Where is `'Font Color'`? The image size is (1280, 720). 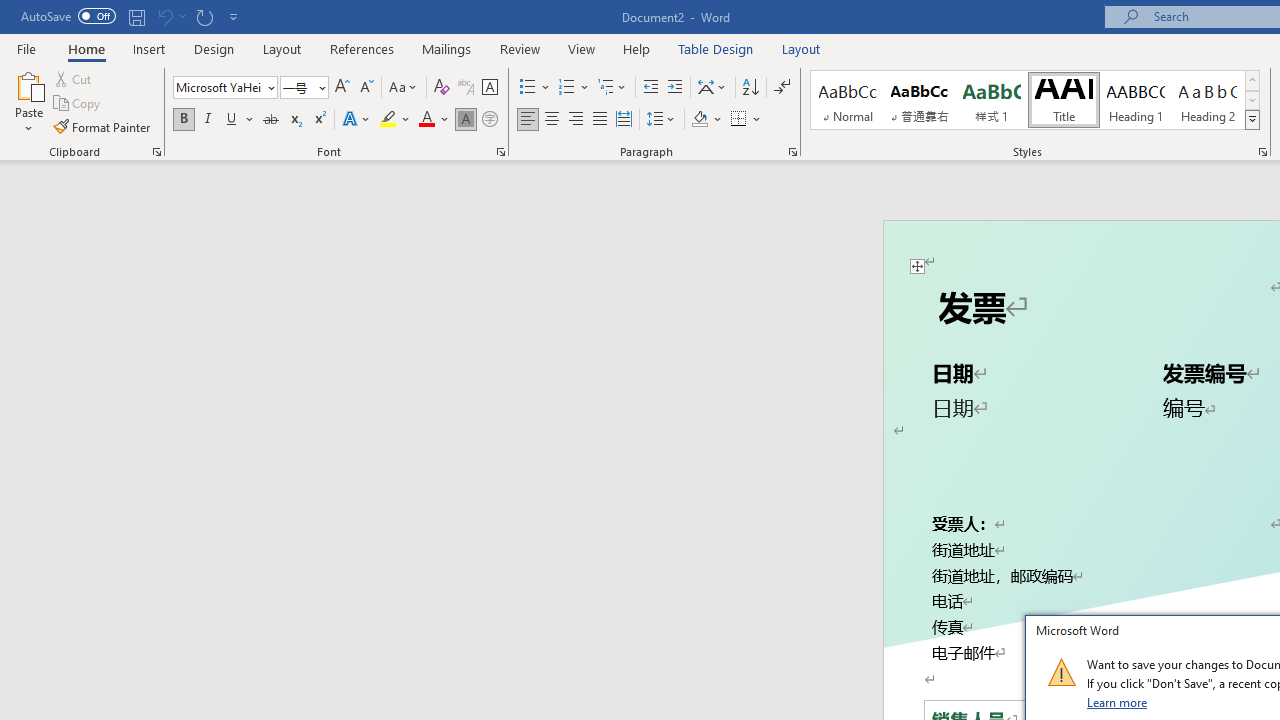
'Font Color' is located at coordinates (433, 119).